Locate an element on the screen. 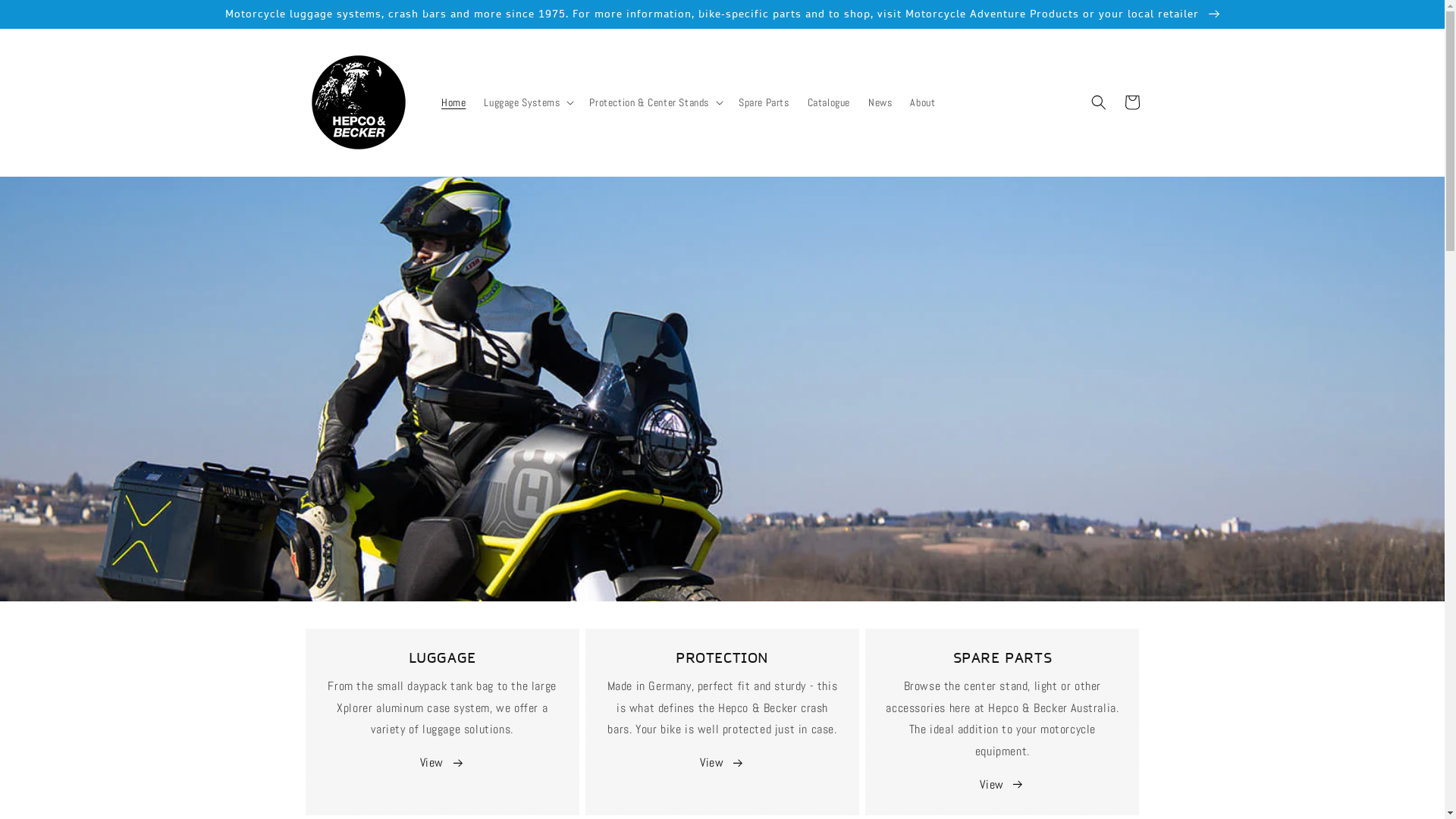  'Home' is located at coordinates (453, 102).